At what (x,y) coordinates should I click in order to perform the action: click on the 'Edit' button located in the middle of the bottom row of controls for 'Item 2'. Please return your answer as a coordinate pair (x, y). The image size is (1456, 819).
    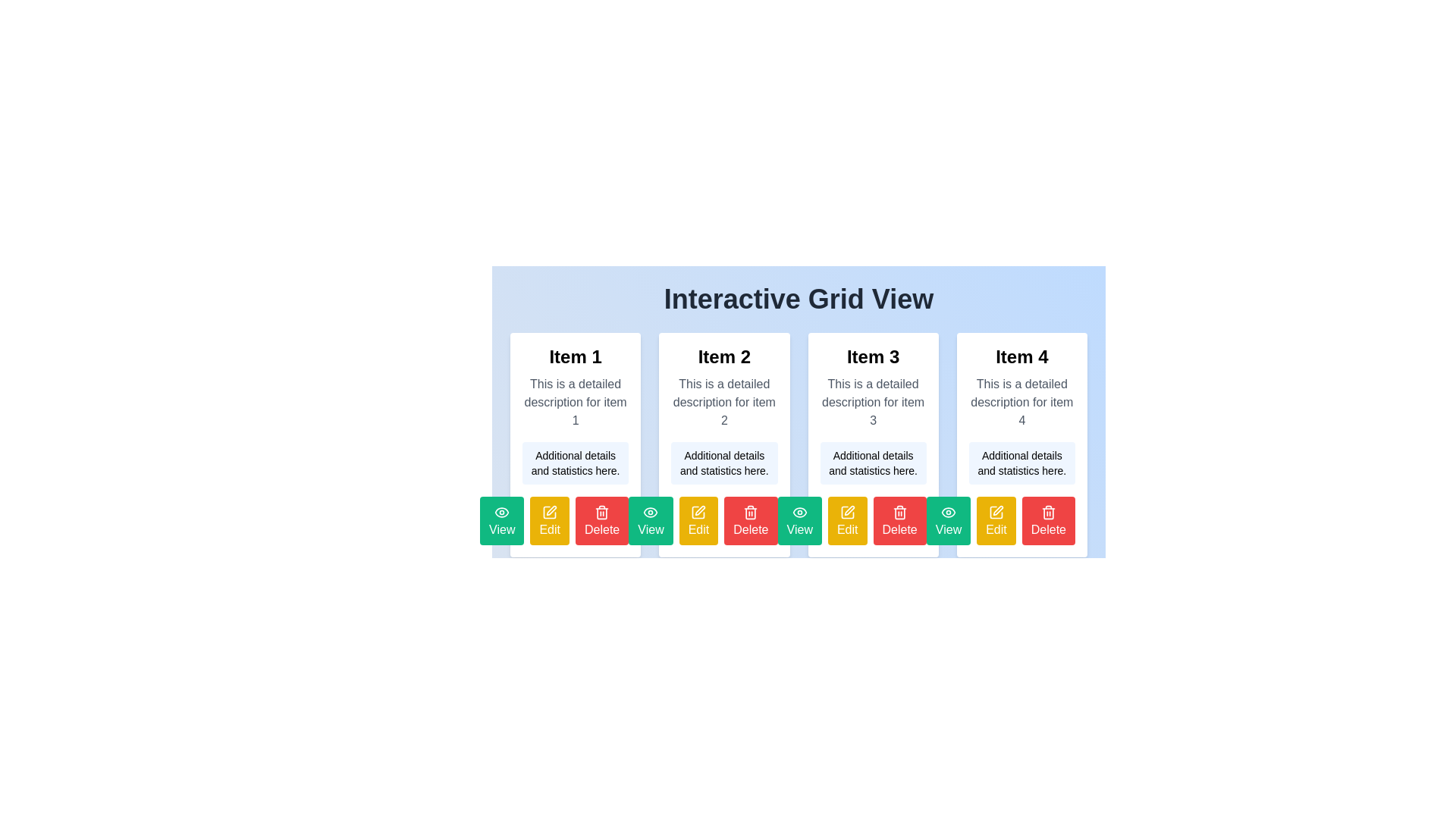
    Looking at the image, I should click on (698, 519).